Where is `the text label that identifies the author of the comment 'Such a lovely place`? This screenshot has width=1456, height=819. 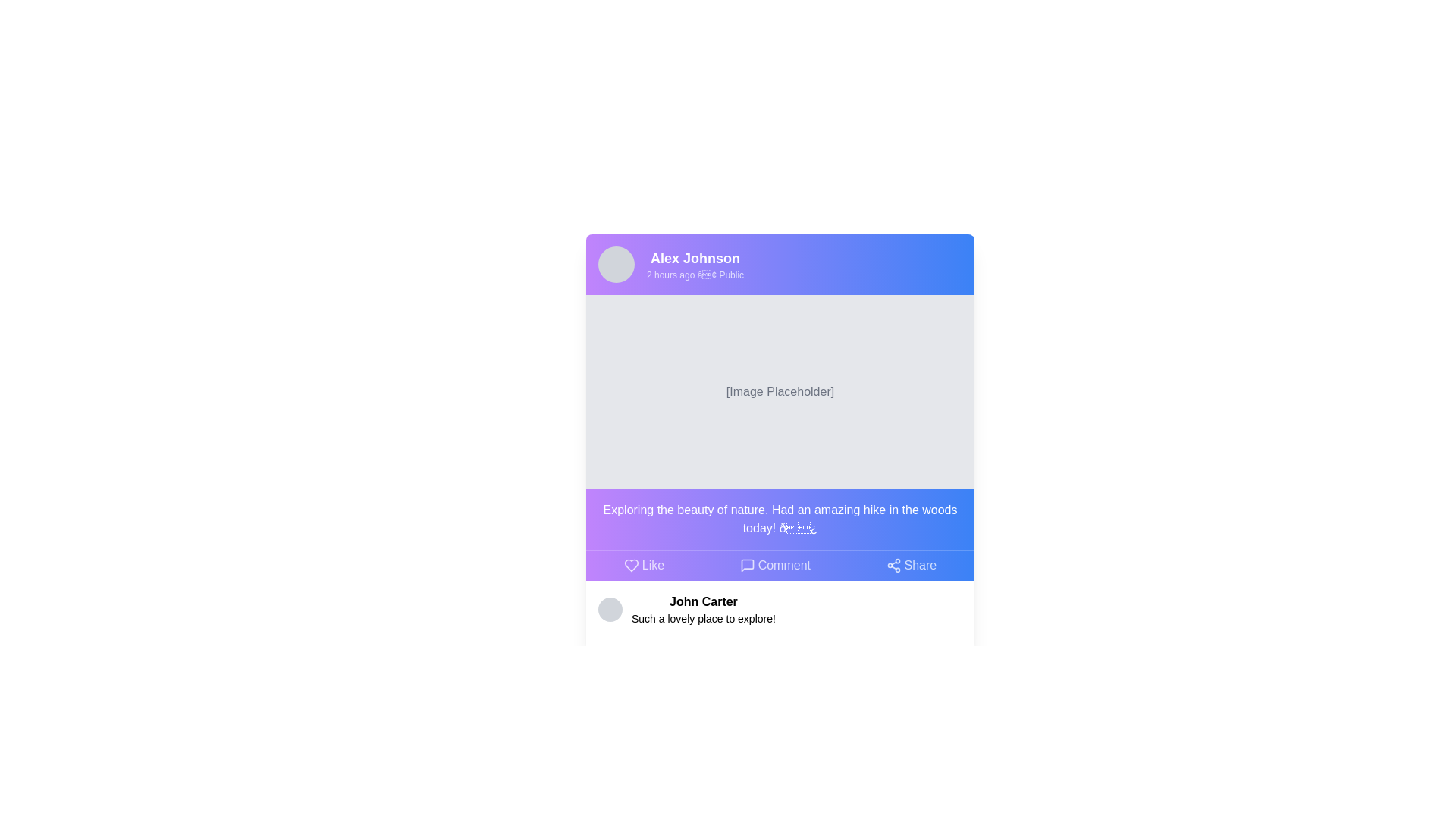
the text label that identifies the author of the comment 'Such a lovely place is located at coordinates (702, 601).